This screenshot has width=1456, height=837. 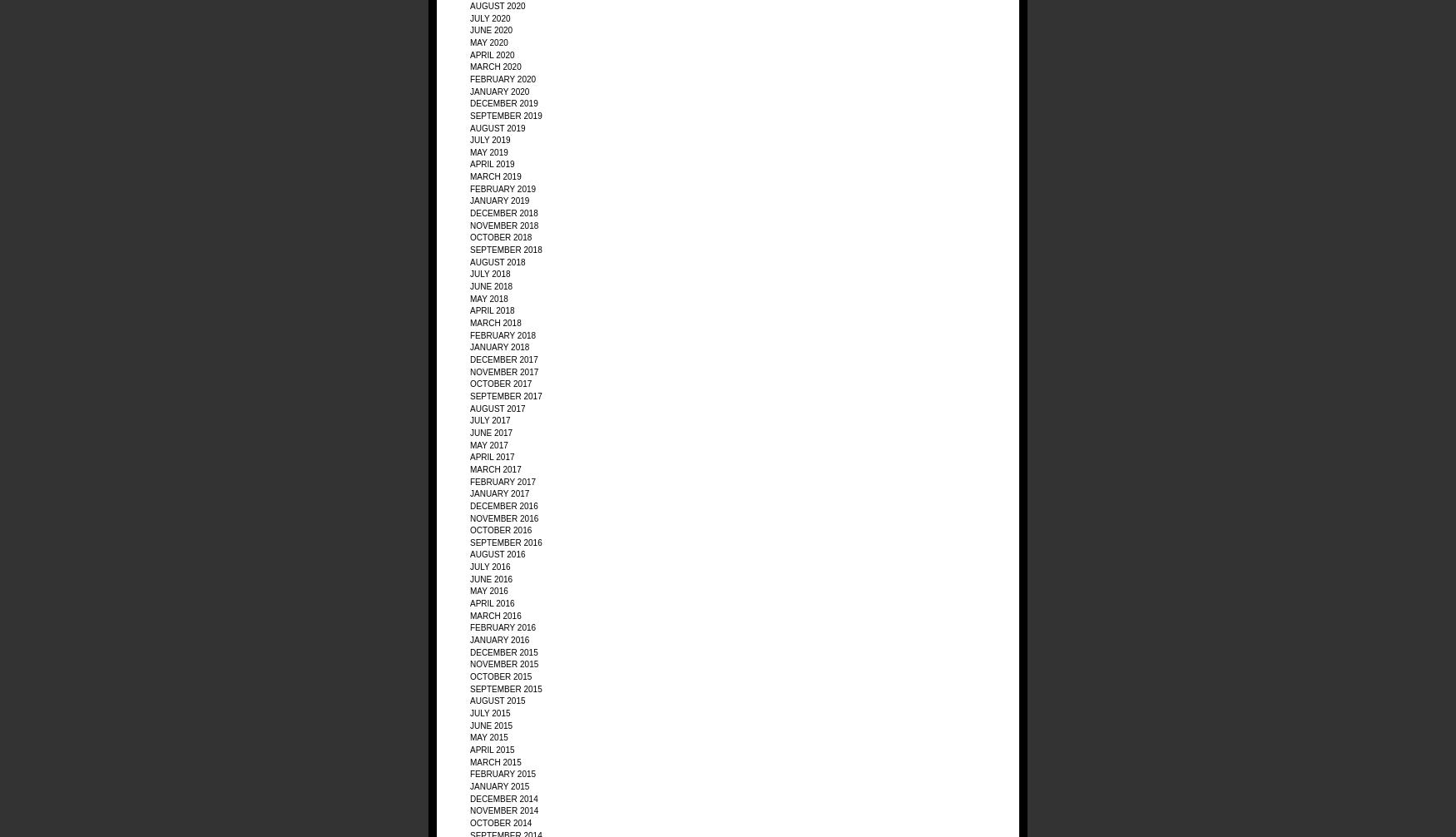 What do you see at coordinates (470, 260) in the screenshot?
I see `'August 2018'` at bounding box center [470, 260].